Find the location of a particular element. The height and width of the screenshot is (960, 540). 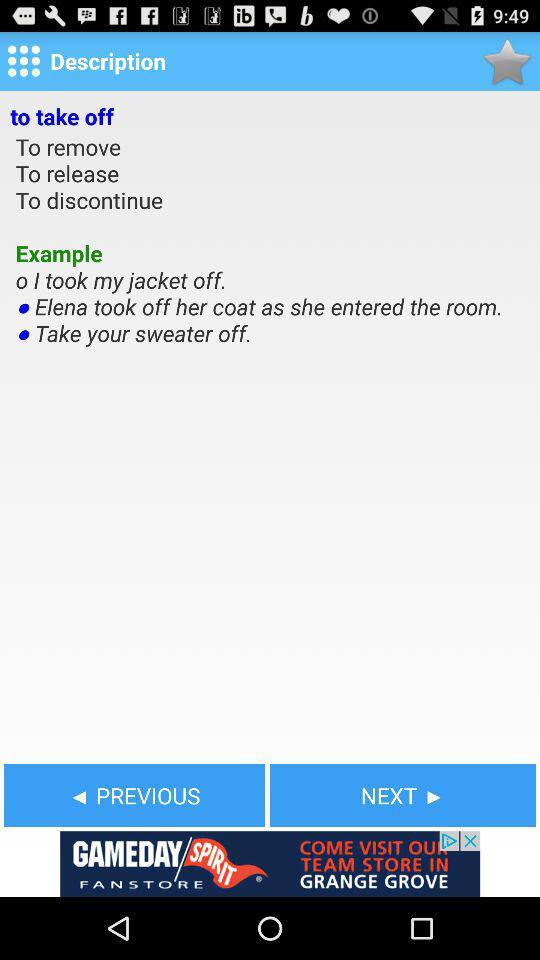

favorite is located at coordinates (507, 61).